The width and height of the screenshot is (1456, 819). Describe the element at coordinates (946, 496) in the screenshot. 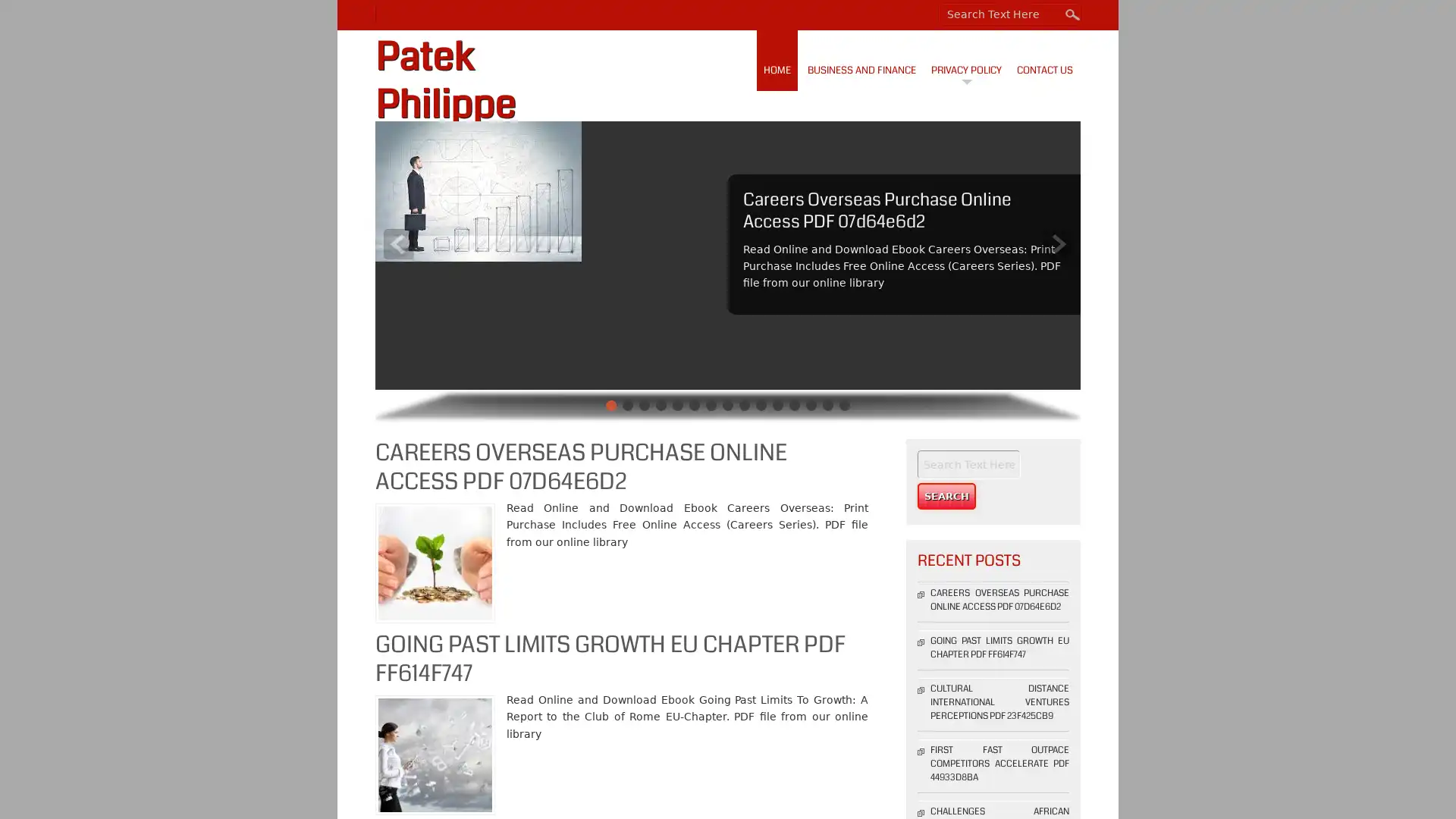

I see `Search` at that location.